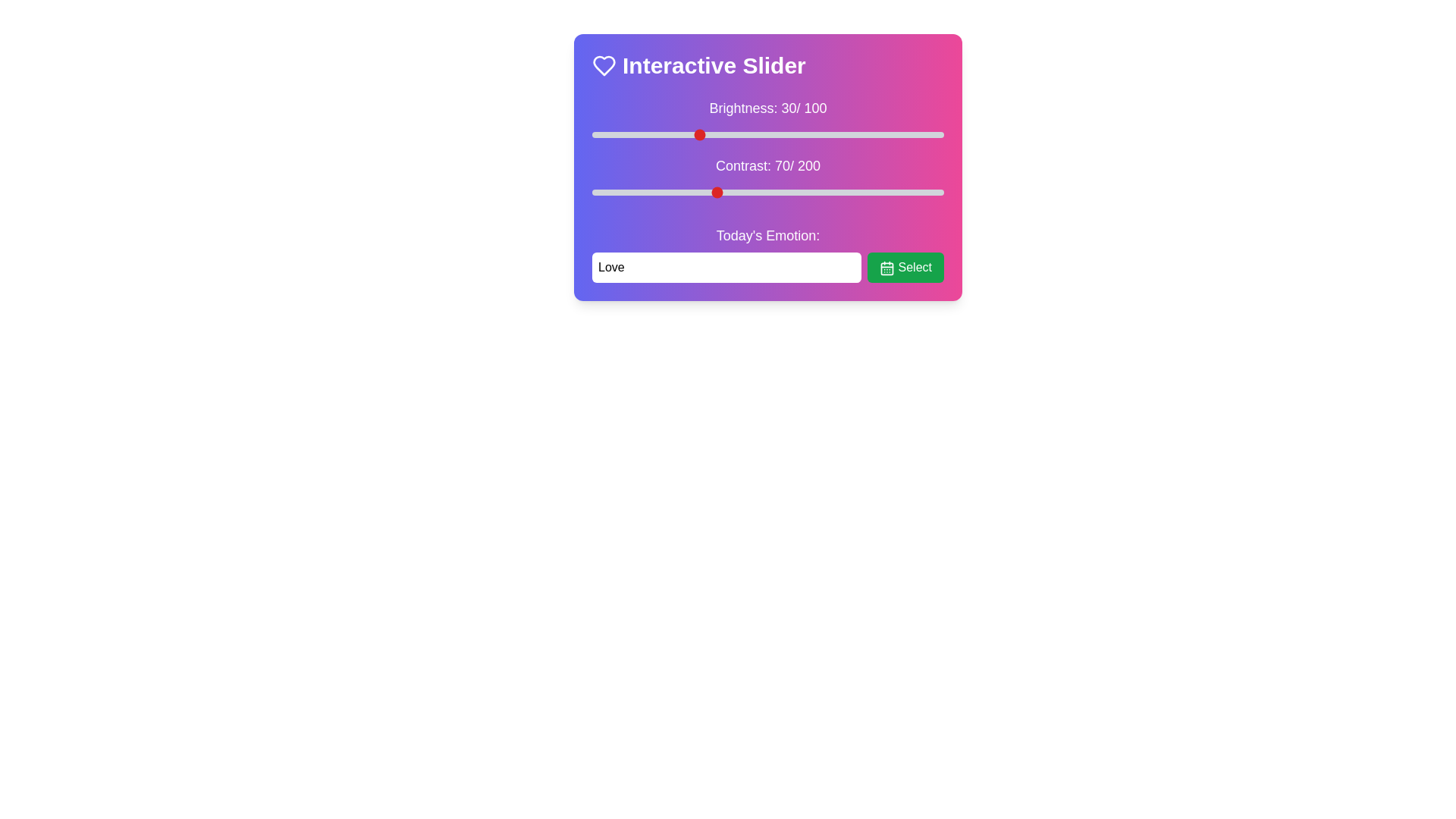 Image resolution: width=1456 pixels, height=819 pixels. Describe the element at coordinates (708, 133) in the screenshot. I see `the brightness slider to 33%` at that location.